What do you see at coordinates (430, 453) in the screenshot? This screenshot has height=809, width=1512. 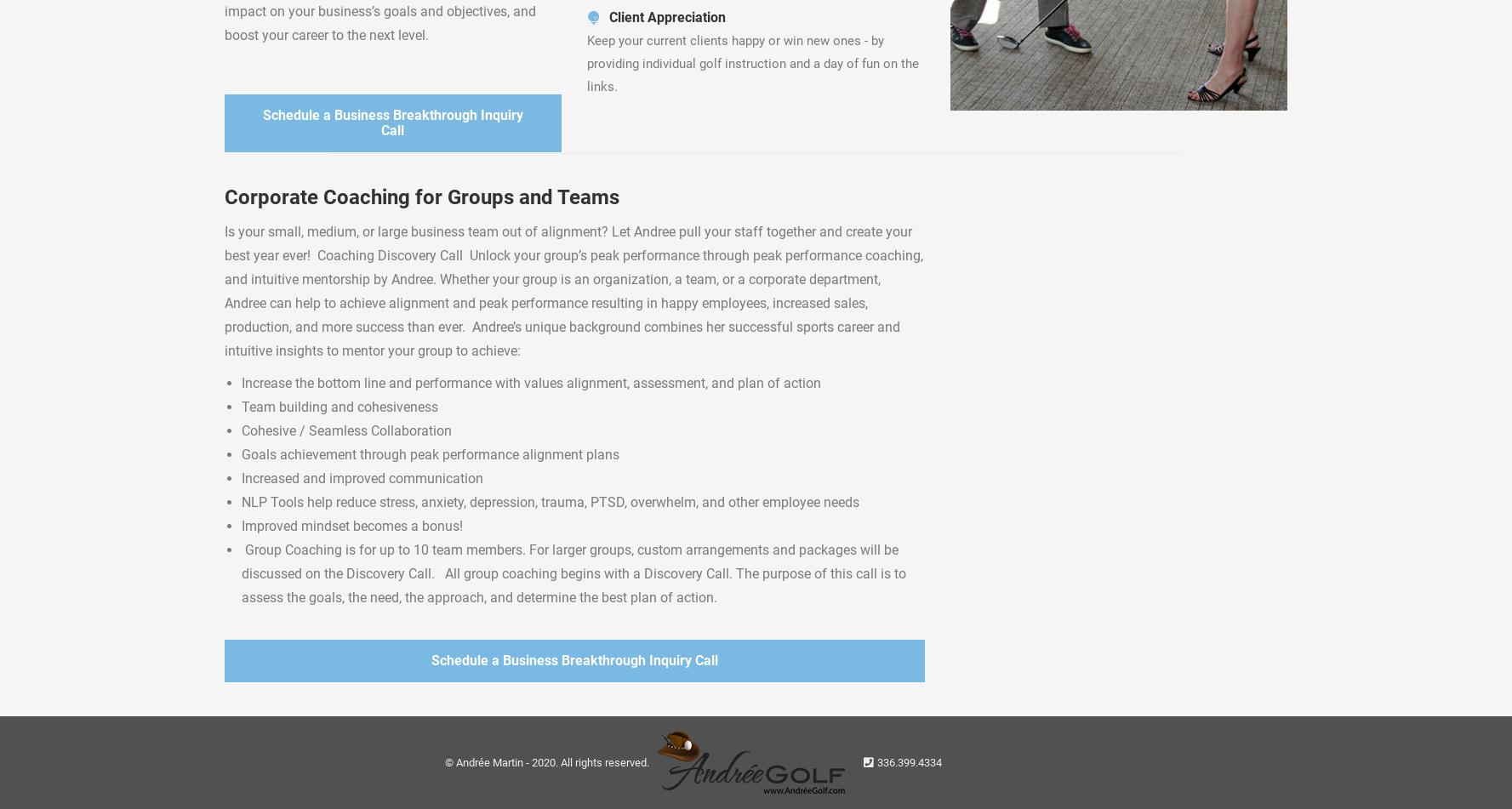 I see `'Goals achievement through peak performance alignment plans'` at bounding box center [430, 453].